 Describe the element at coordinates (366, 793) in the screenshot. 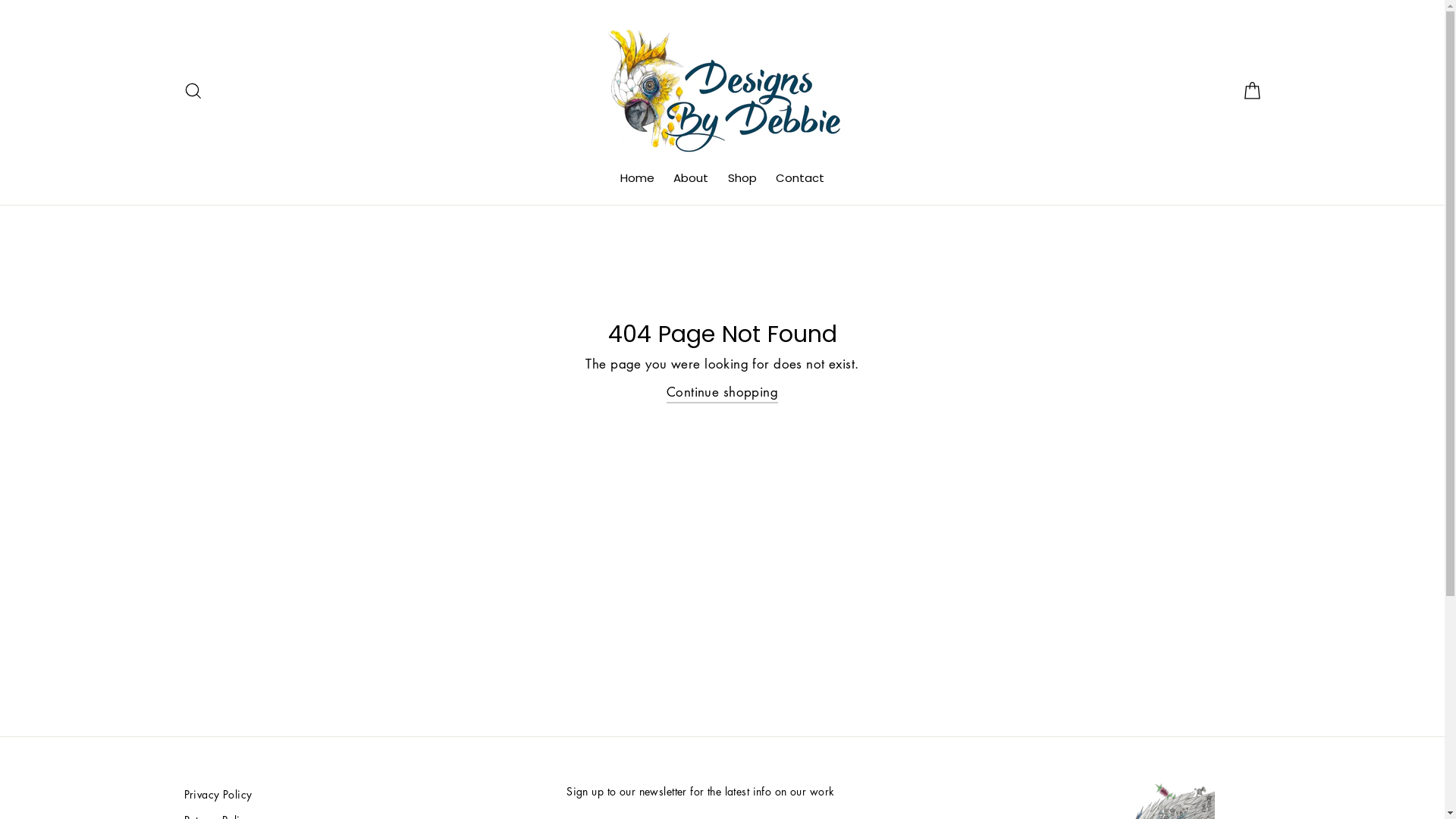

I see `'Privacy Policy'` at that location.